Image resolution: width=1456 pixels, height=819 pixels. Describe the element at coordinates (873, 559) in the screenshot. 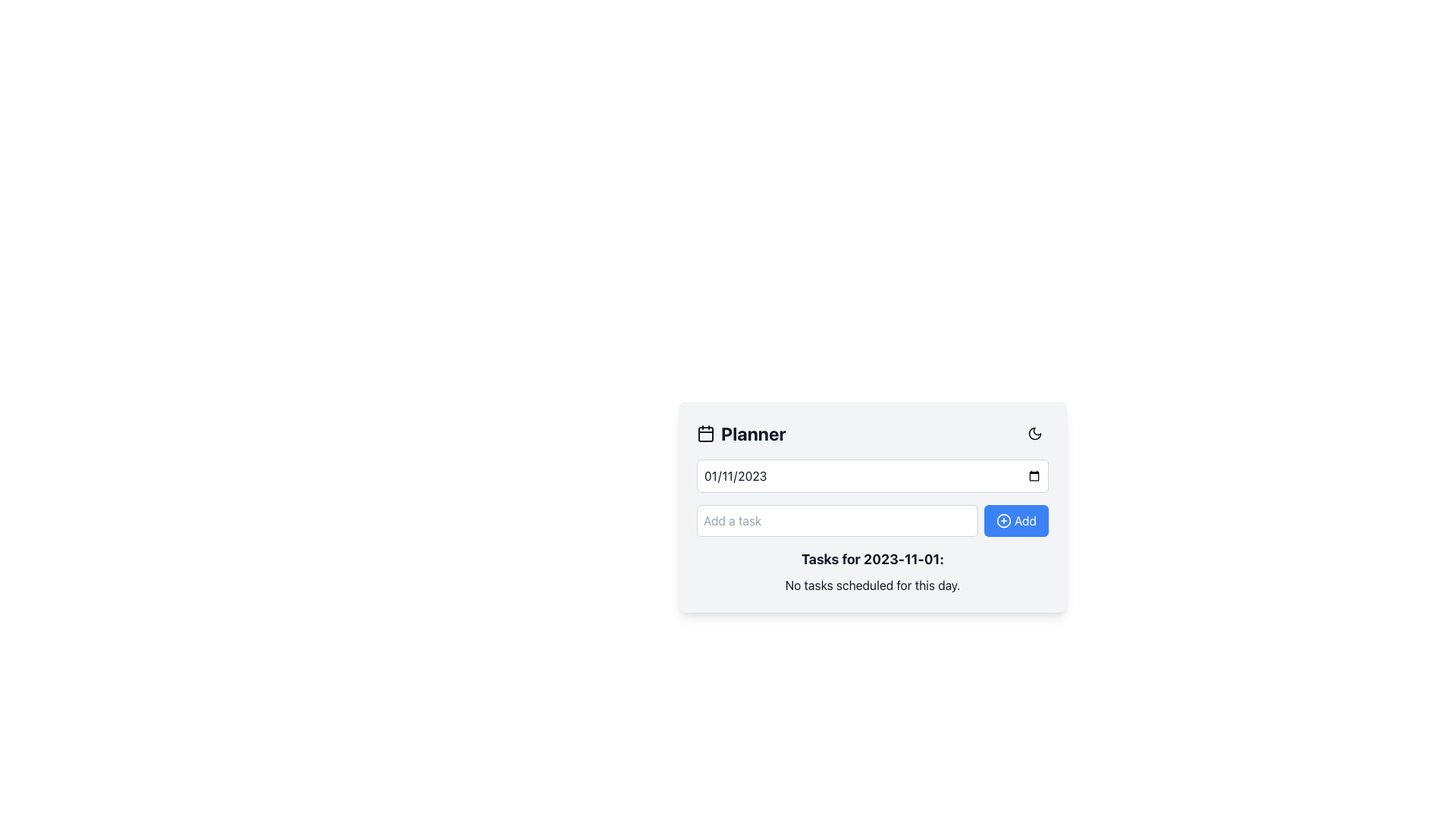

I see `text label indicating the tasks associated with the date '2023-11-01', positioned at the center of the planner card interface` at that location.